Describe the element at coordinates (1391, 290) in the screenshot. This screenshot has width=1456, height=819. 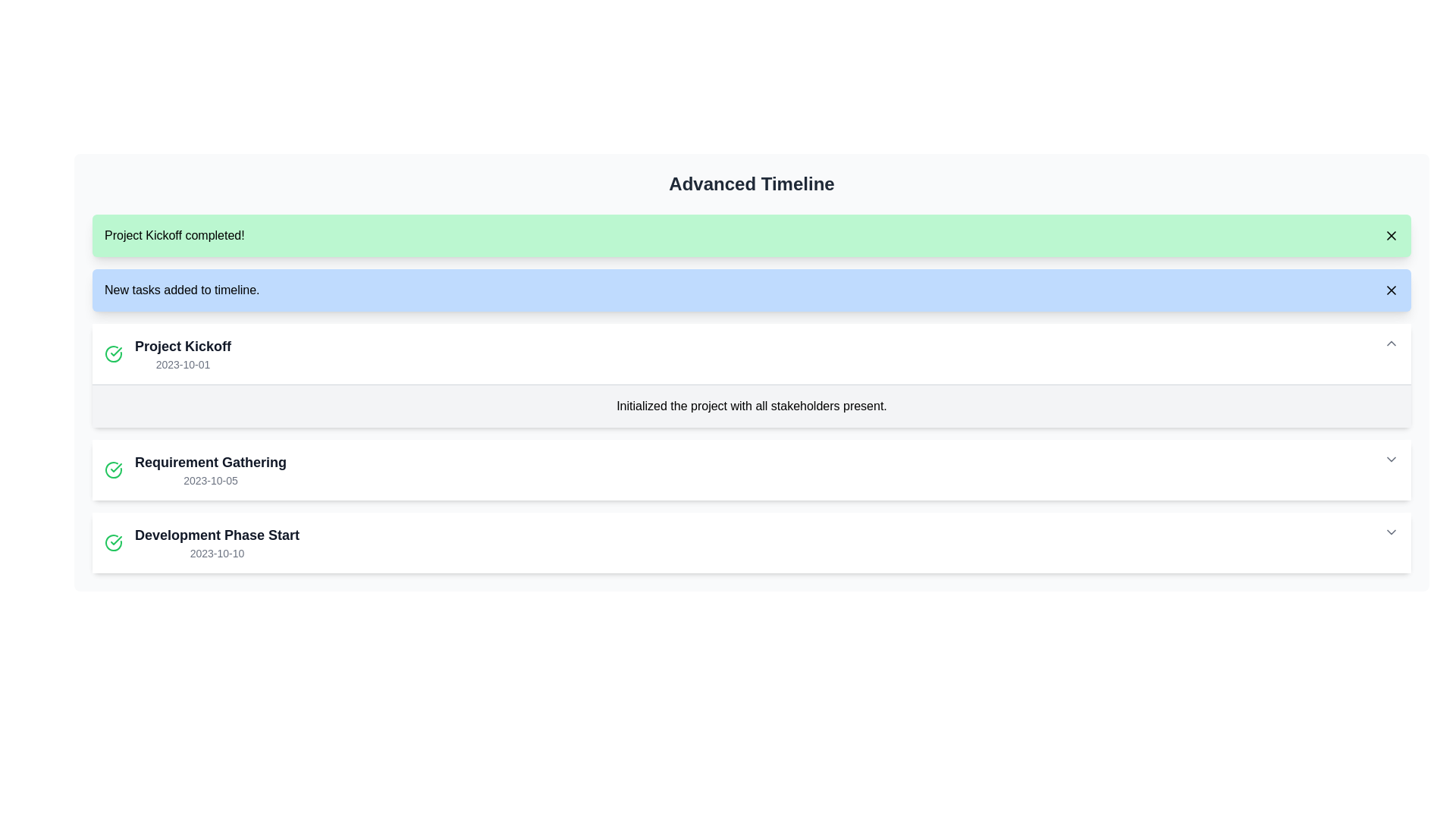
I see `the close button located at the top-right corner of the notification box labeled 'New tasks added to timeline.'` at that location.